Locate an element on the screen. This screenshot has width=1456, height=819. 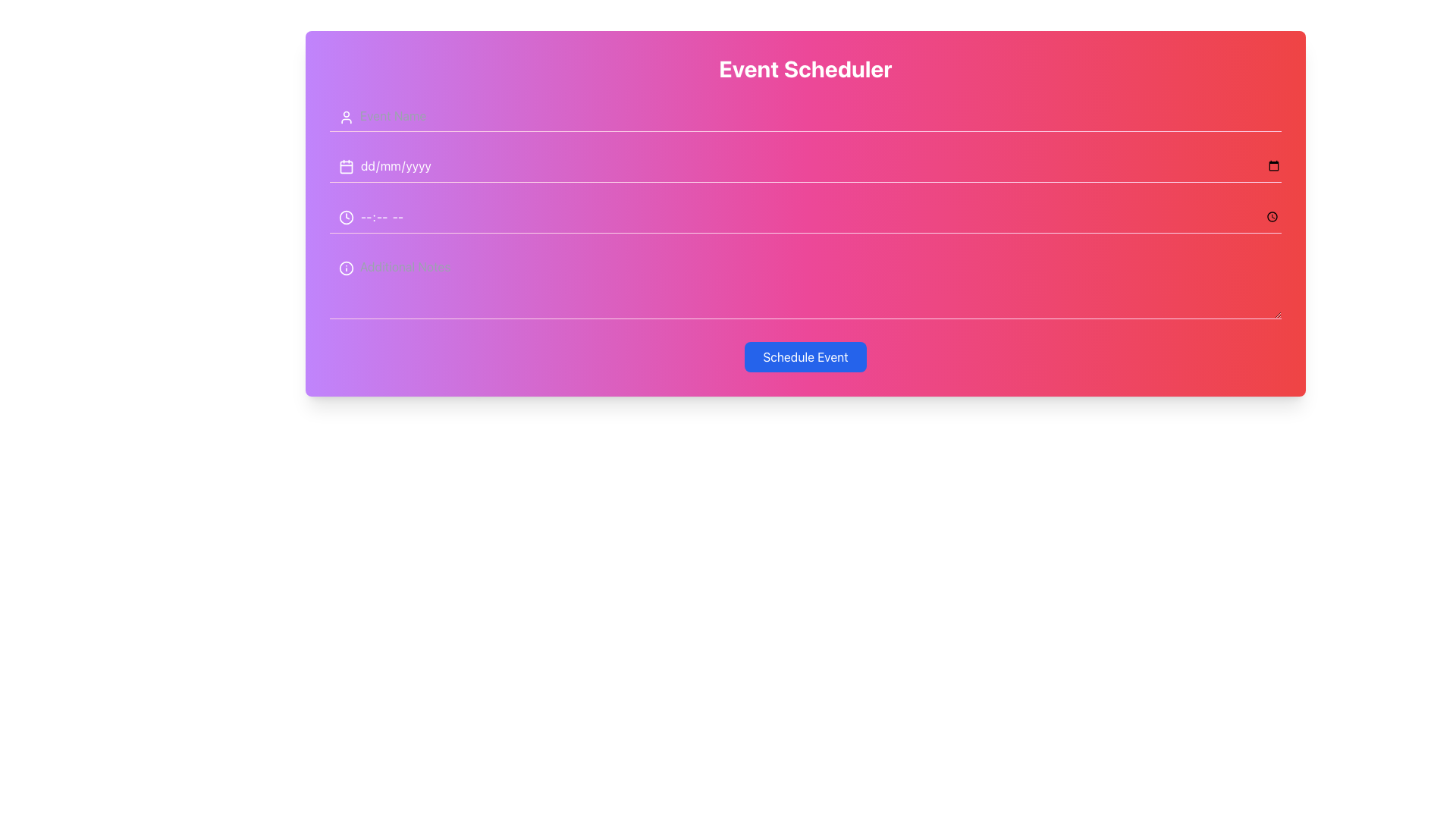
the clock icon that represents the concept of time, located to the left of the time input field is located at coordinates (345, 217).